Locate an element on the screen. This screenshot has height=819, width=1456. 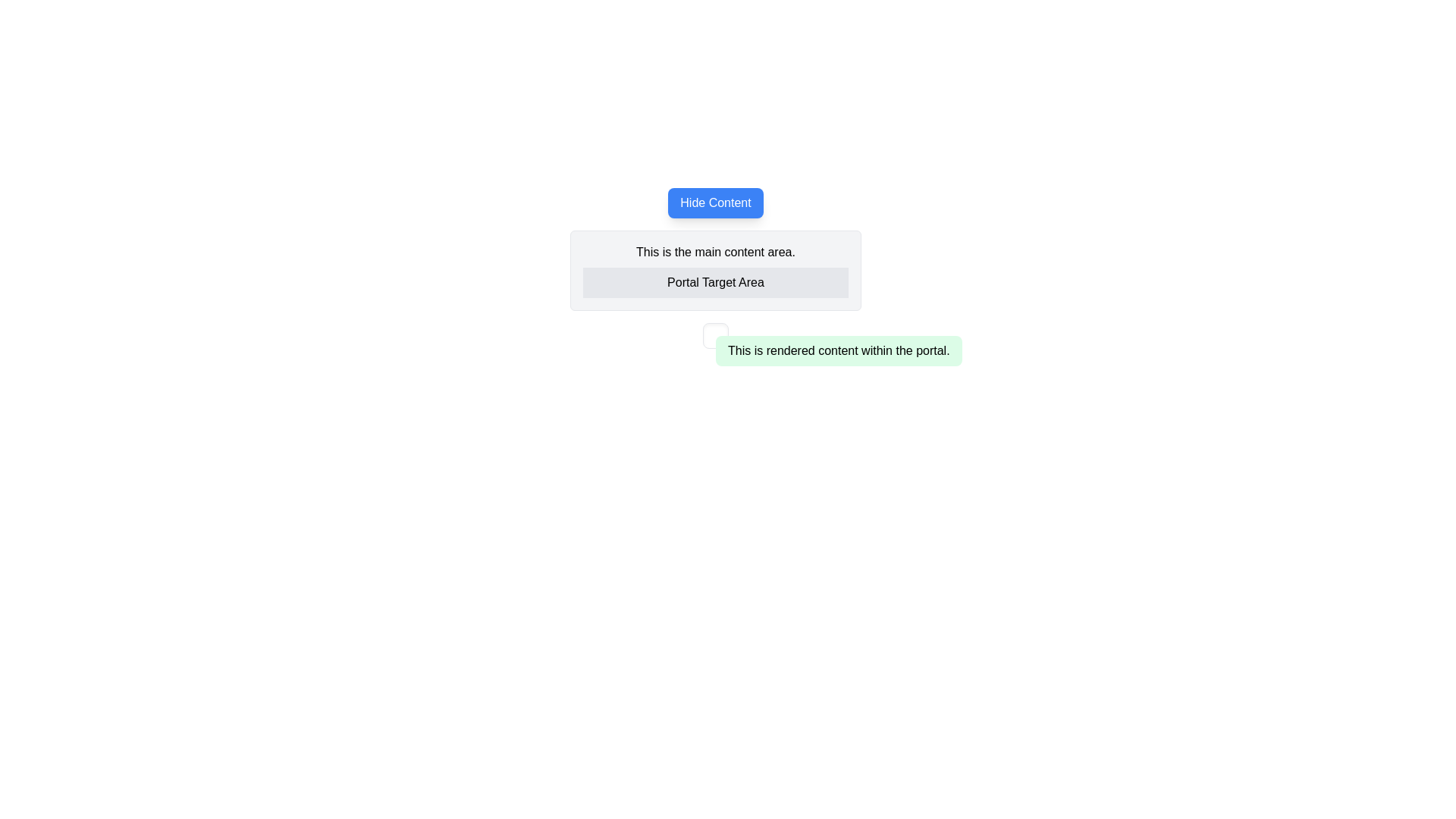
the static text block that displays non-interactive rendered text content, located slightly below the central content area of the layout is located at coordinates (838, 350).